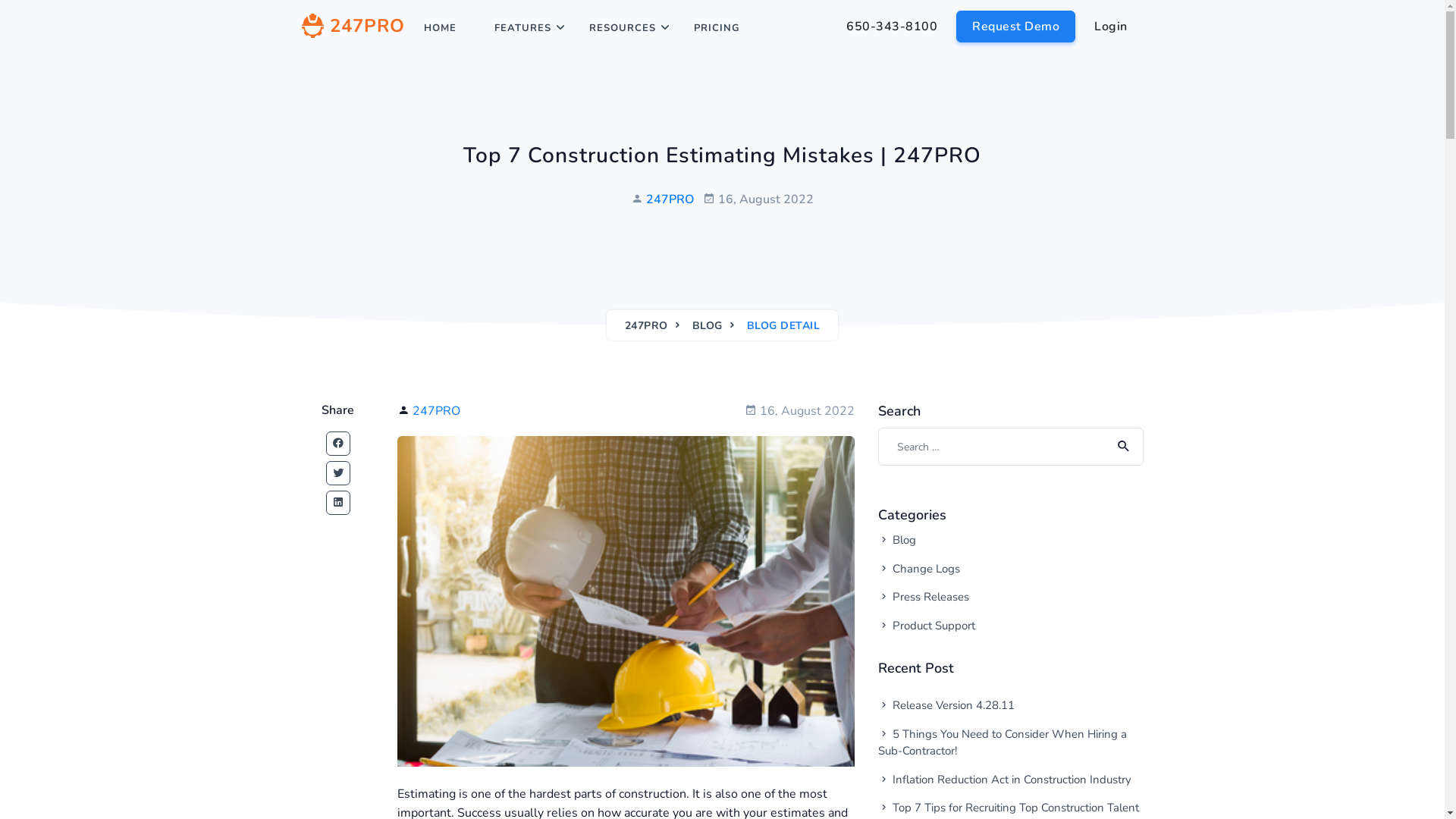 Image resolution: width=1456 pixels, height=819 pixels. What do you see at coordinates (626, 601) in the screenshot?
I see `'Top 7 Construction Estimating Mistakes | 247PRO'` at bounding box center [626, 601].